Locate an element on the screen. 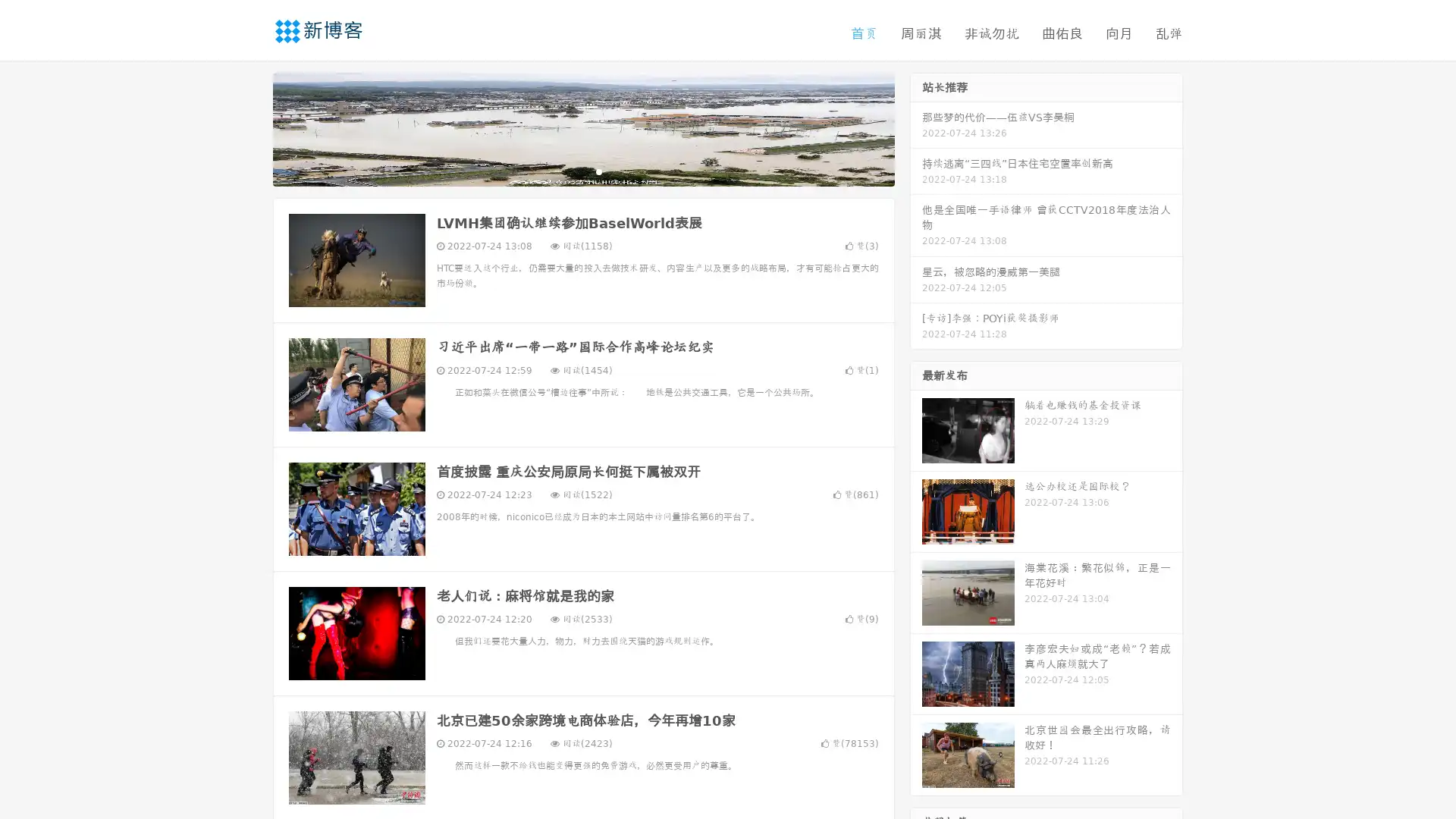  Previous slide is located at coordinates (250, 127).